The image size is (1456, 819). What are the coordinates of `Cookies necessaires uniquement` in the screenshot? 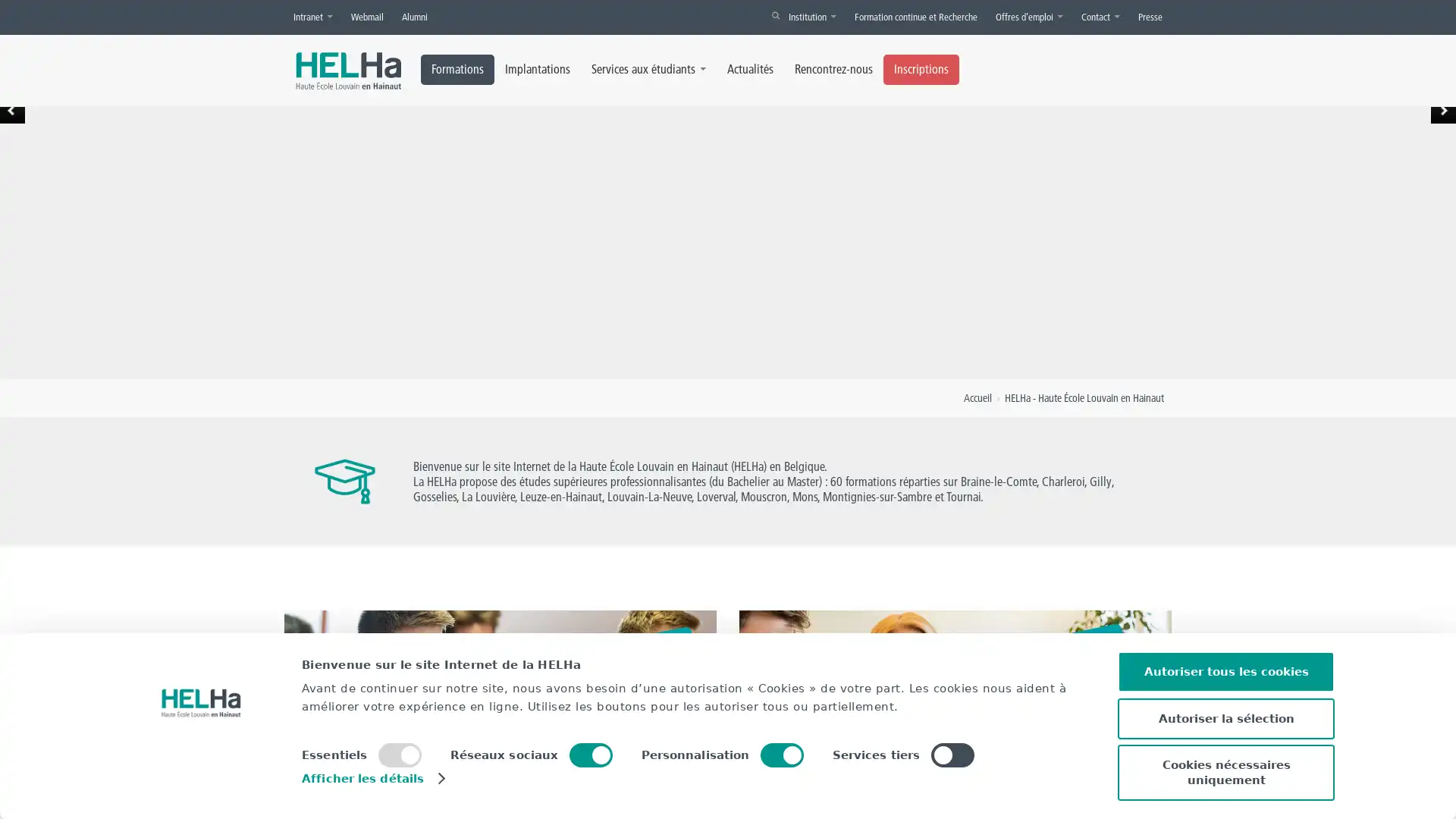 It's located at (1226, 772).